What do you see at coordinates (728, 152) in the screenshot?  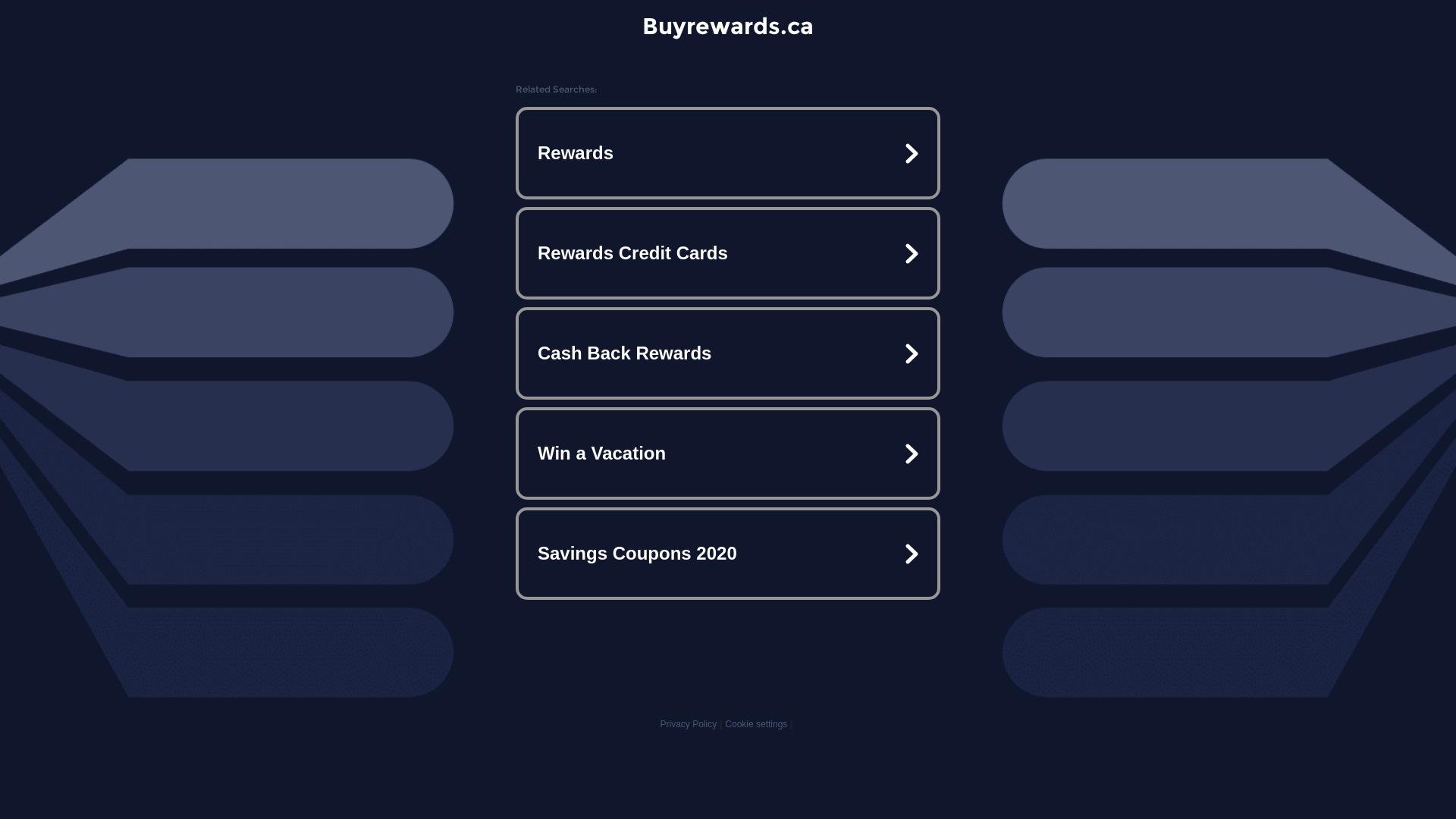 I see `'Rewards'` at bounding box center [728, 152].